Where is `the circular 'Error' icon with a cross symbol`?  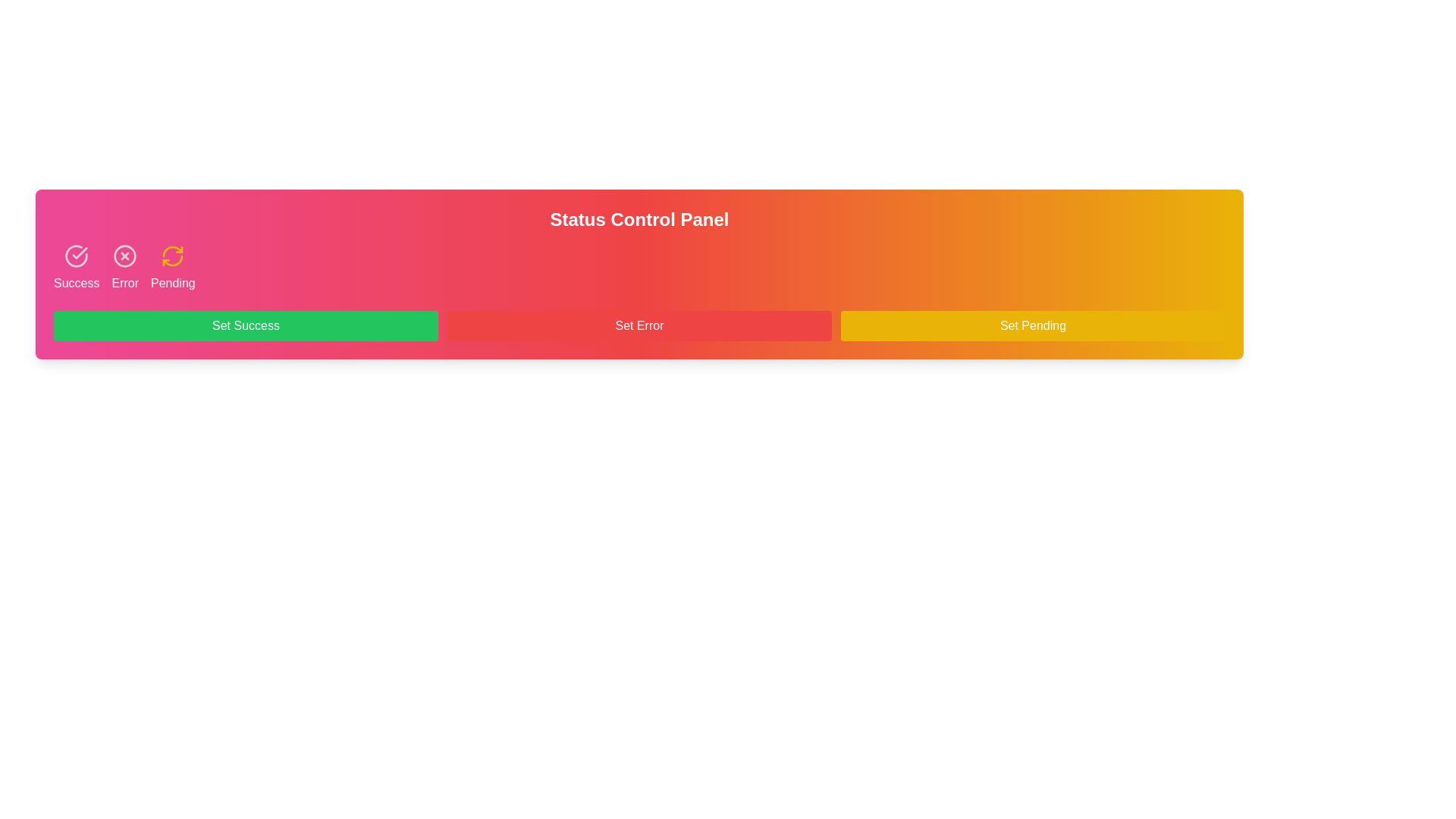
the circular 'Error' icon with a cross symbol is located at coordinates (125, 256).